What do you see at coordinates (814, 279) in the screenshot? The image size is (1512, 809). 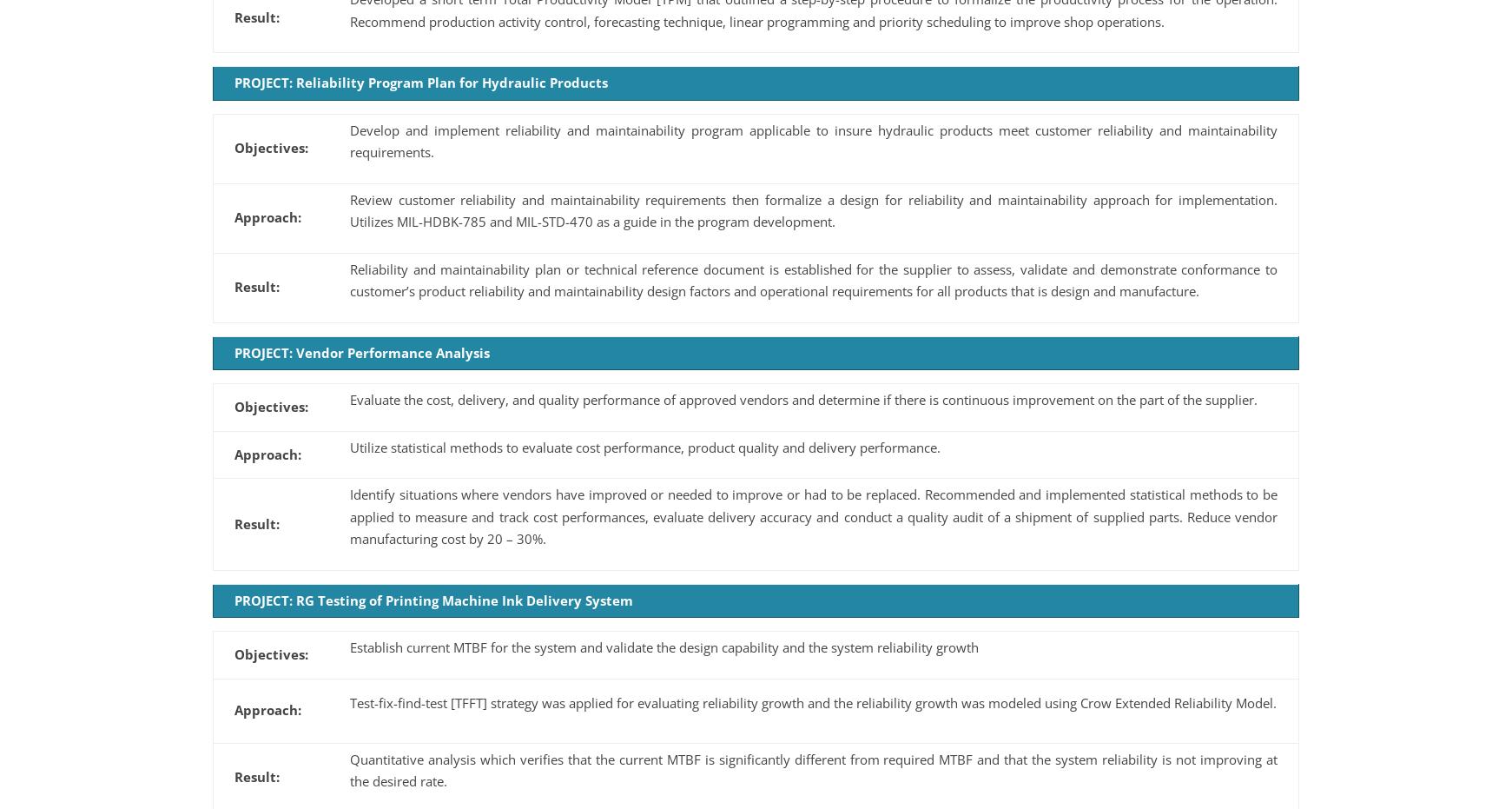 I see `'Reliability and maintainability plan or technical reference document is established for the supplier to assess, validate and demonstrate conformance to customer’s product reliability and maintainability design factors and operational requirements for all products that is design and manufacture.'` at bounding box center [814, 279].